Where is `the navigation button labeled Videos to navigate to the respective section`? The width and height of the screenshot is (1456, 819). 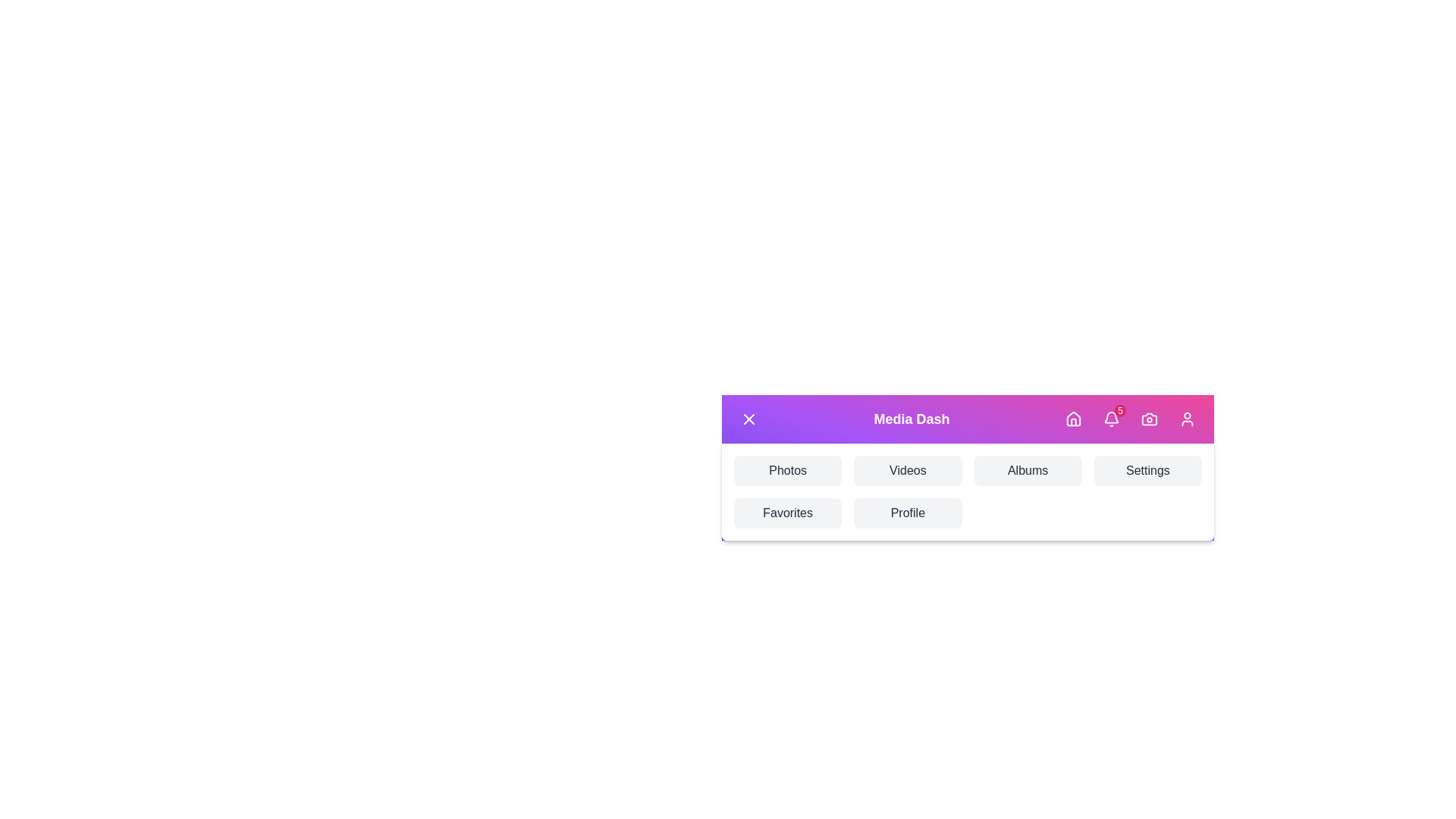
the navigation button labeled Videos to navigate to the respective section is located at coordinates (908, 470).